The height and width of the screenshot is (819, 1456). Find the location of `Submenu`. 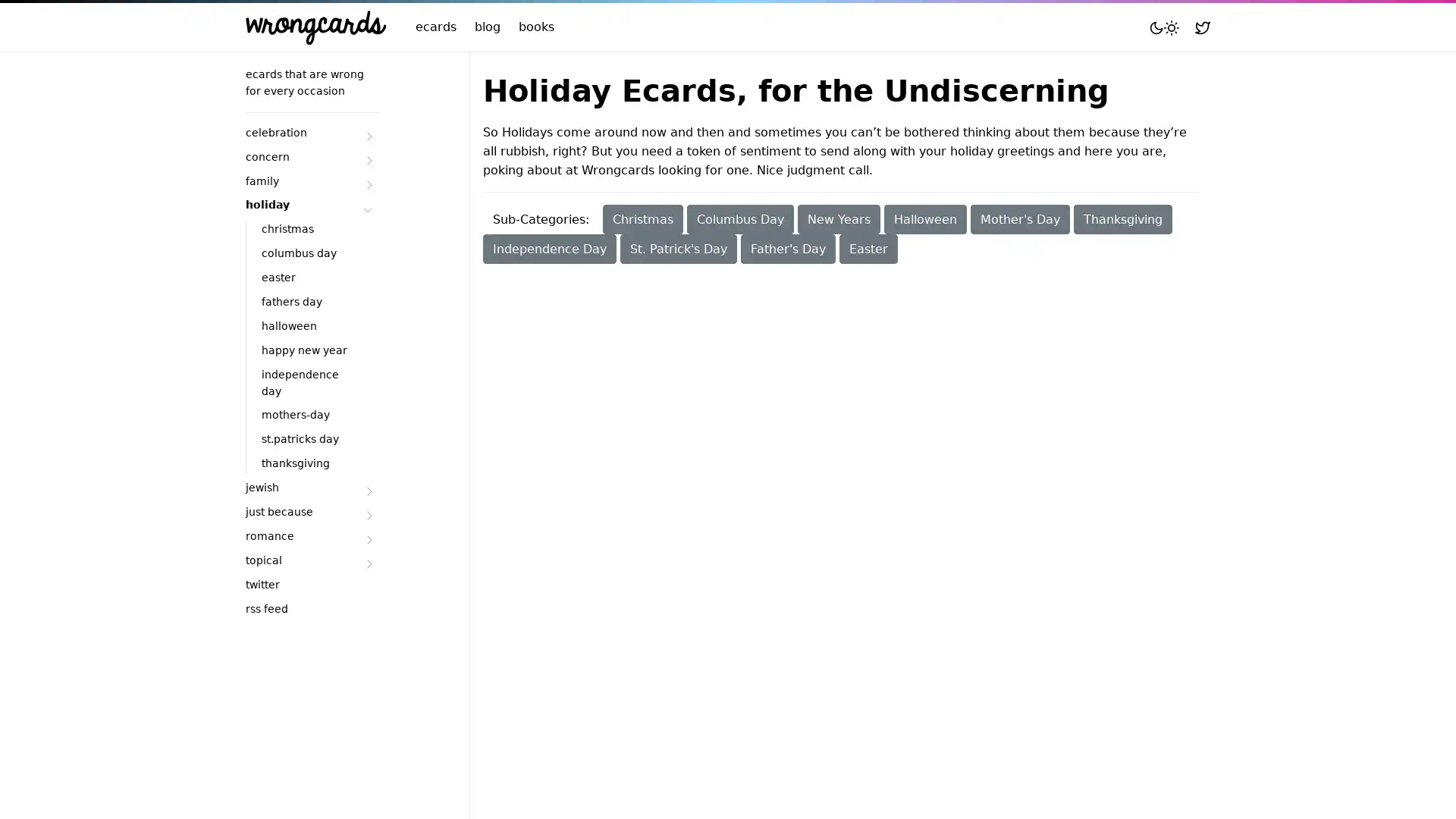

Submenu is located at coordinates (367, 184).